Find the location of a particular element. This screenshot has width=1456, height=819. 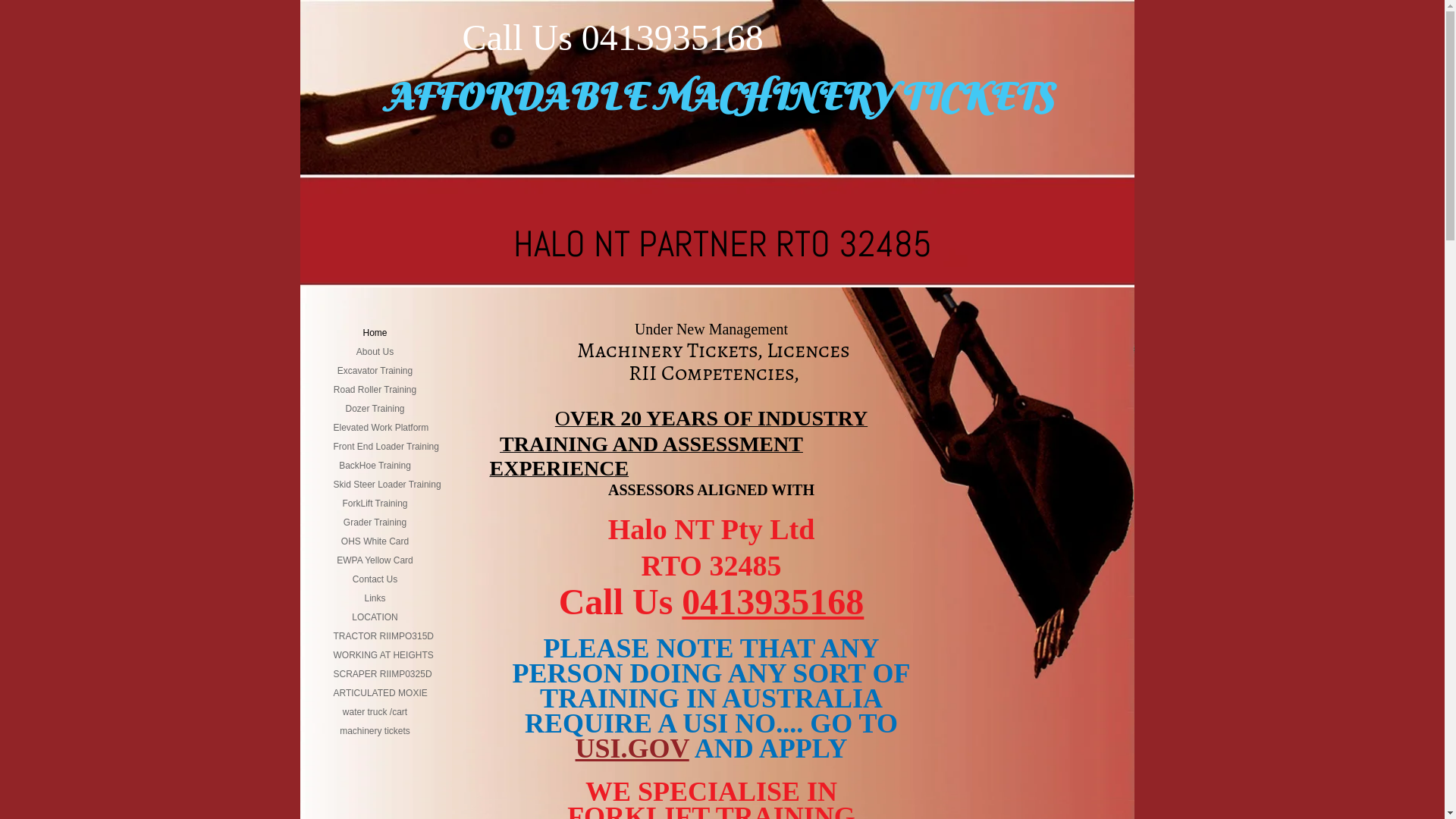

'Elevated Work Platform' is located at coordinates (381, 427).